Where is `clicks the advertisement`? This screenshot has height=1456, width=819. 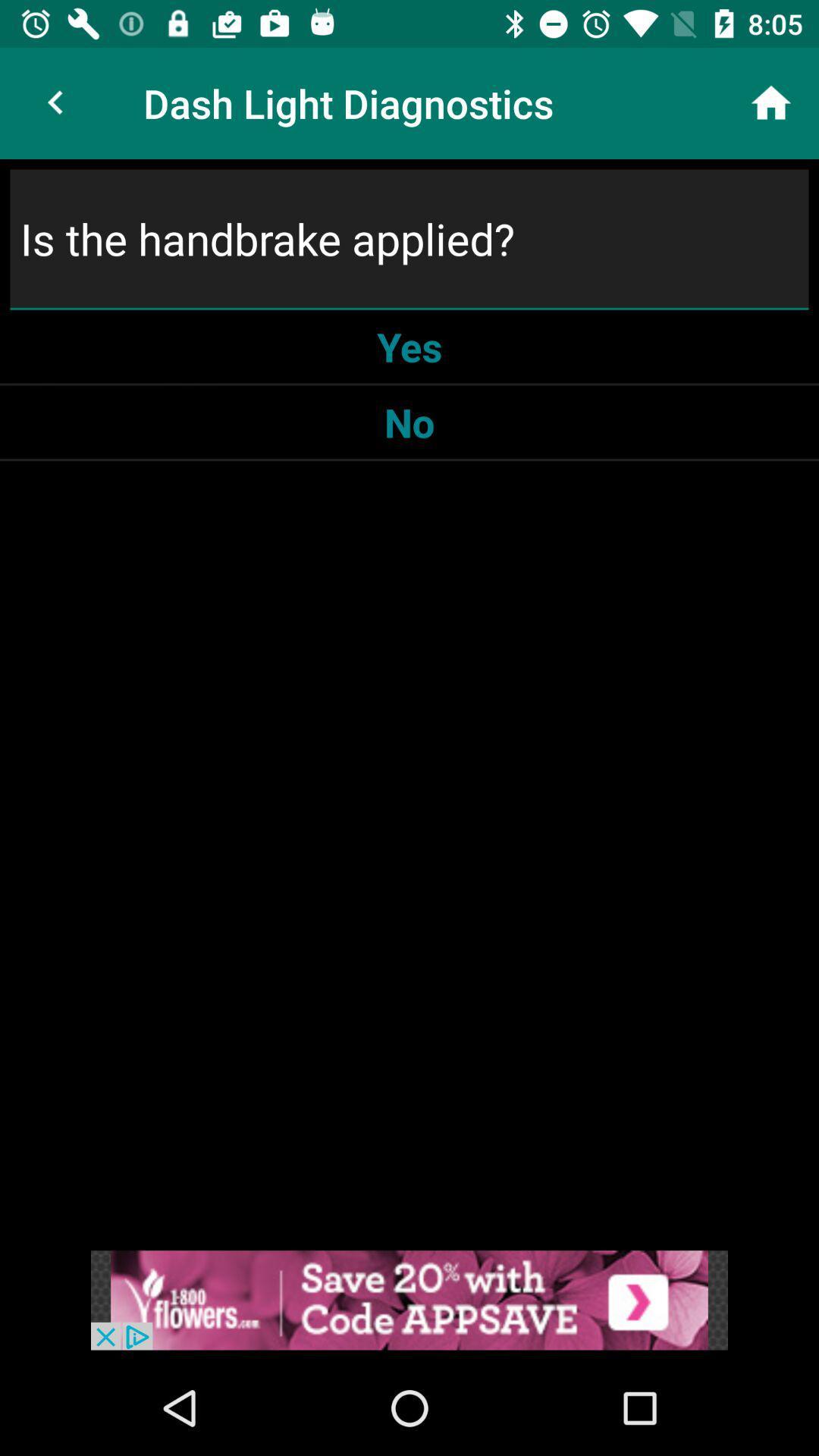
clicks the advertisement is located at coordinates (409, 1299).